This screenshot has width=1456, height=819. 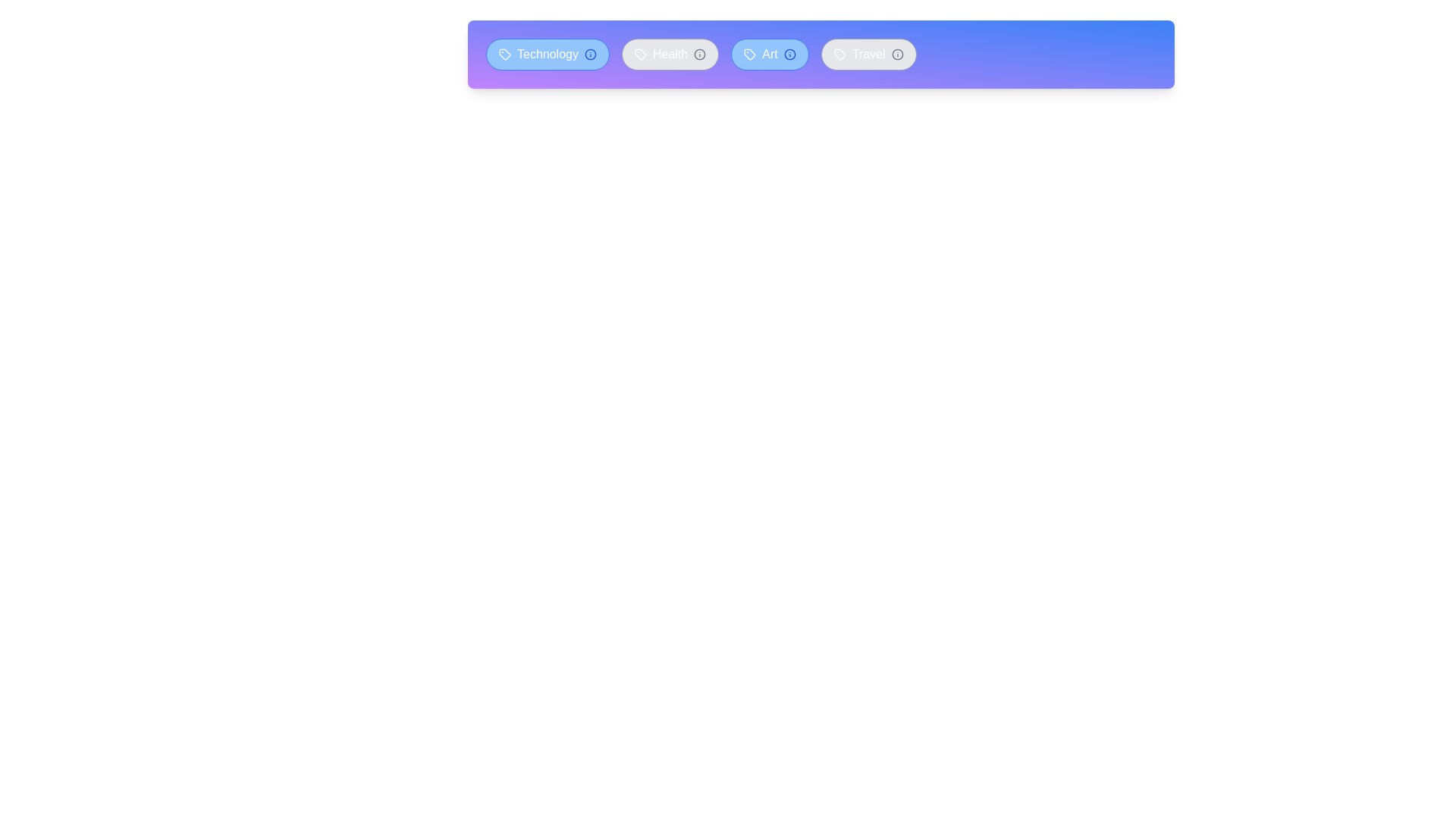 What do you see at coordinates (546, 54) in the screenshot?
I see `the tag labeled Technology to toggle its active status` at bounding box center [546, 54].